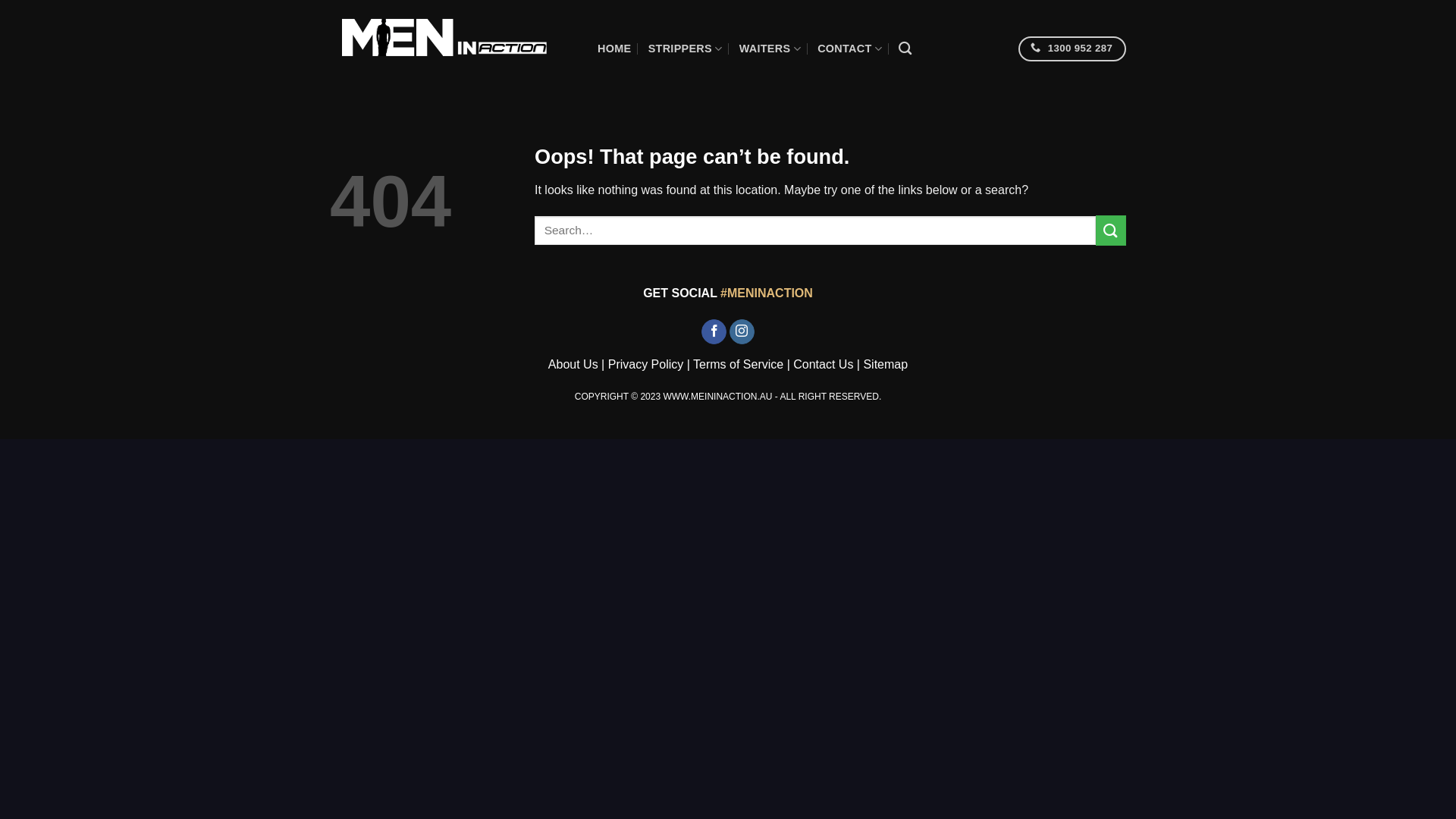 The height and width of the screenshot is (819, 1456). What do you see at coordinates (684, 48) in the screenshot?
I see `'STRIPPERS'` at bounding box center [684, 48].